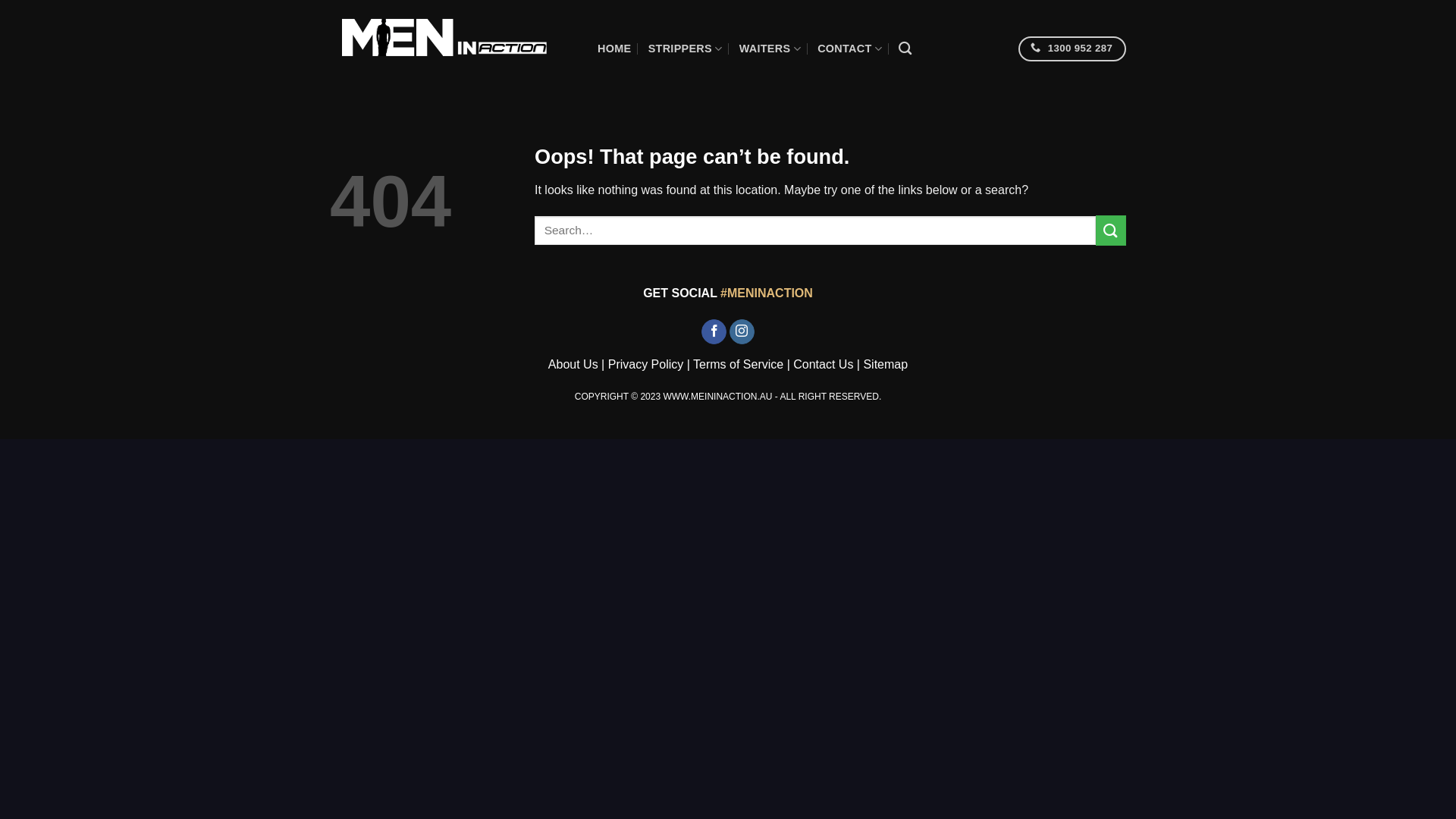 The height and width of the screenshot is (819, 1456). What do you see at coordinates (684, 48) in the screenshot?
I see `'STRIPPERS'` at bounding box center [684, 48].